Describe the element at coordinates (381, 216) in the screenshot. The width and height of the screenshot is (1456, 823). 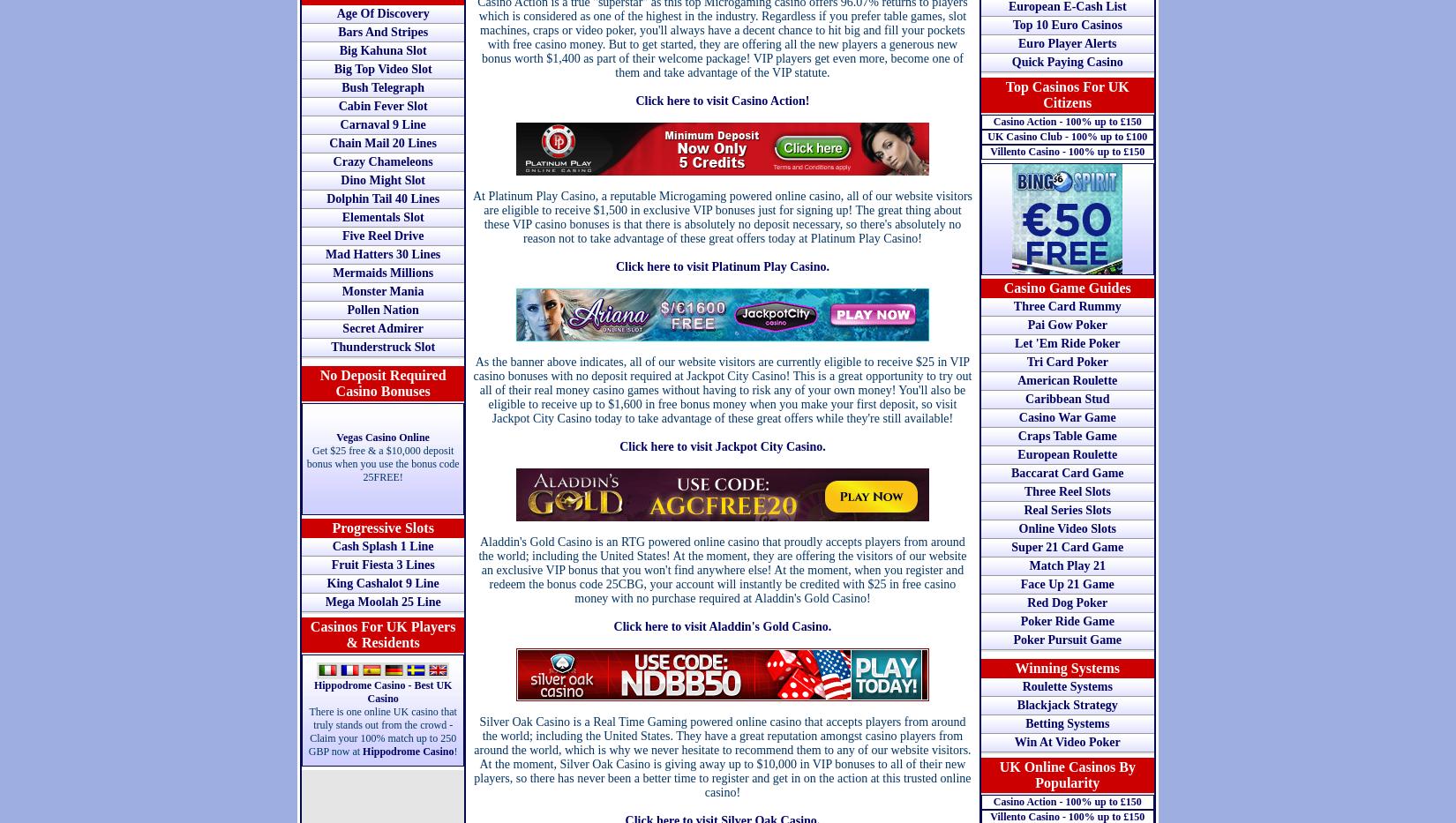
I see `'Elementals
                      Slot'` at that location.